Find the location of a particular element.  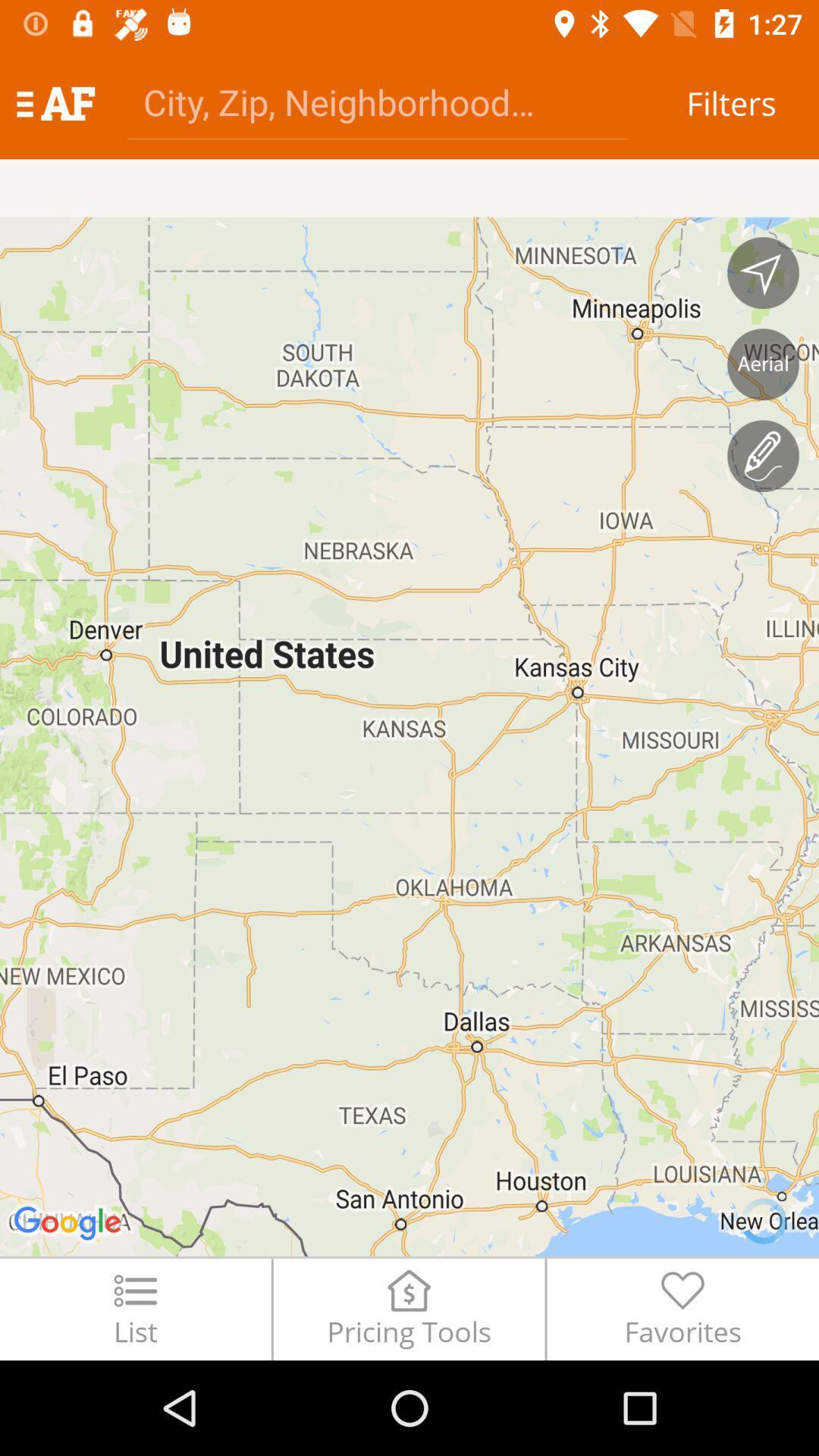

list is located at coordinates (134, 1308).